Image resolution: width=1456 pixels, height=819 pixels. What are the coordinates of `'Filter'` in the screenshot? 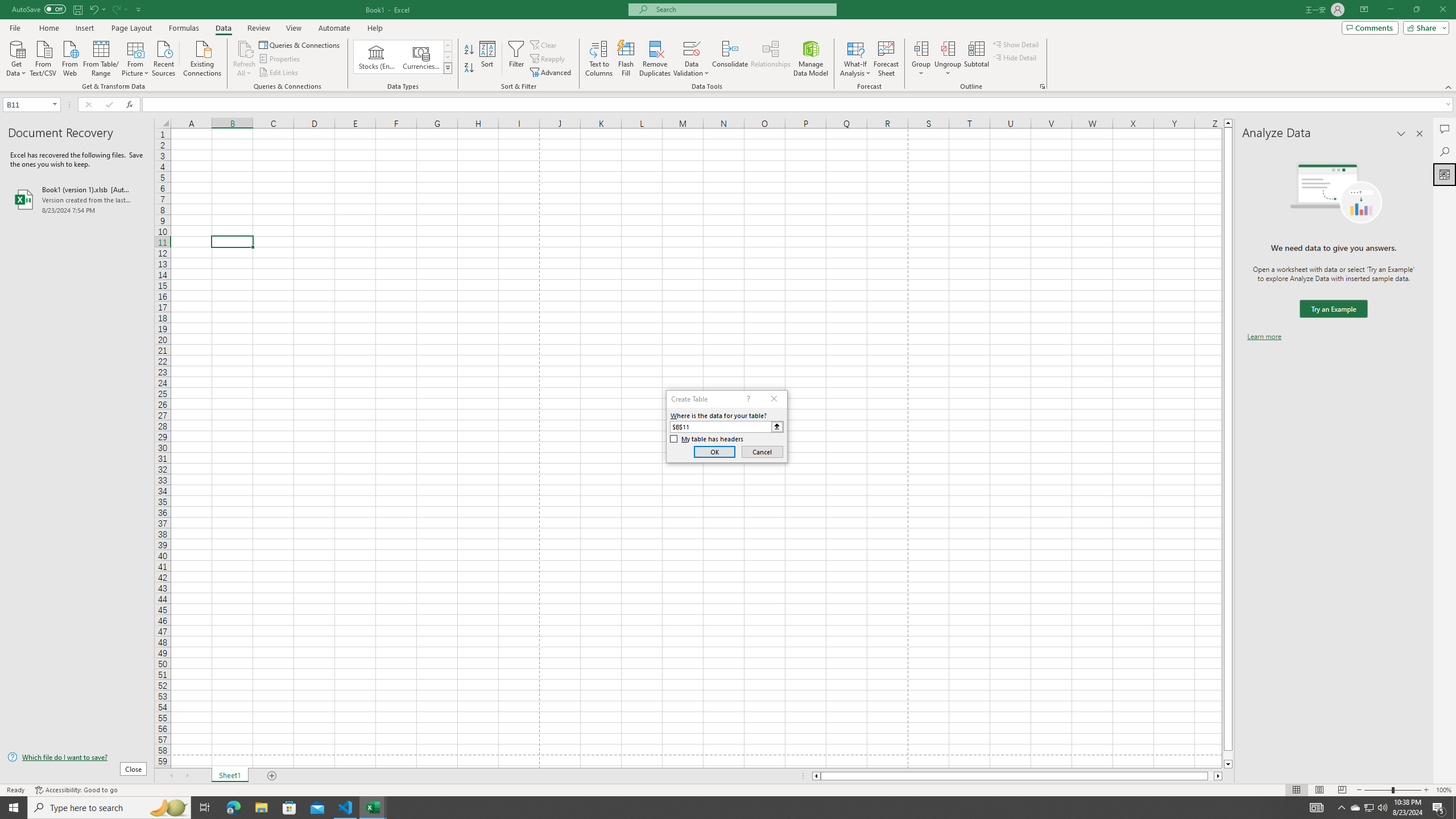 It's located at (515, 59).